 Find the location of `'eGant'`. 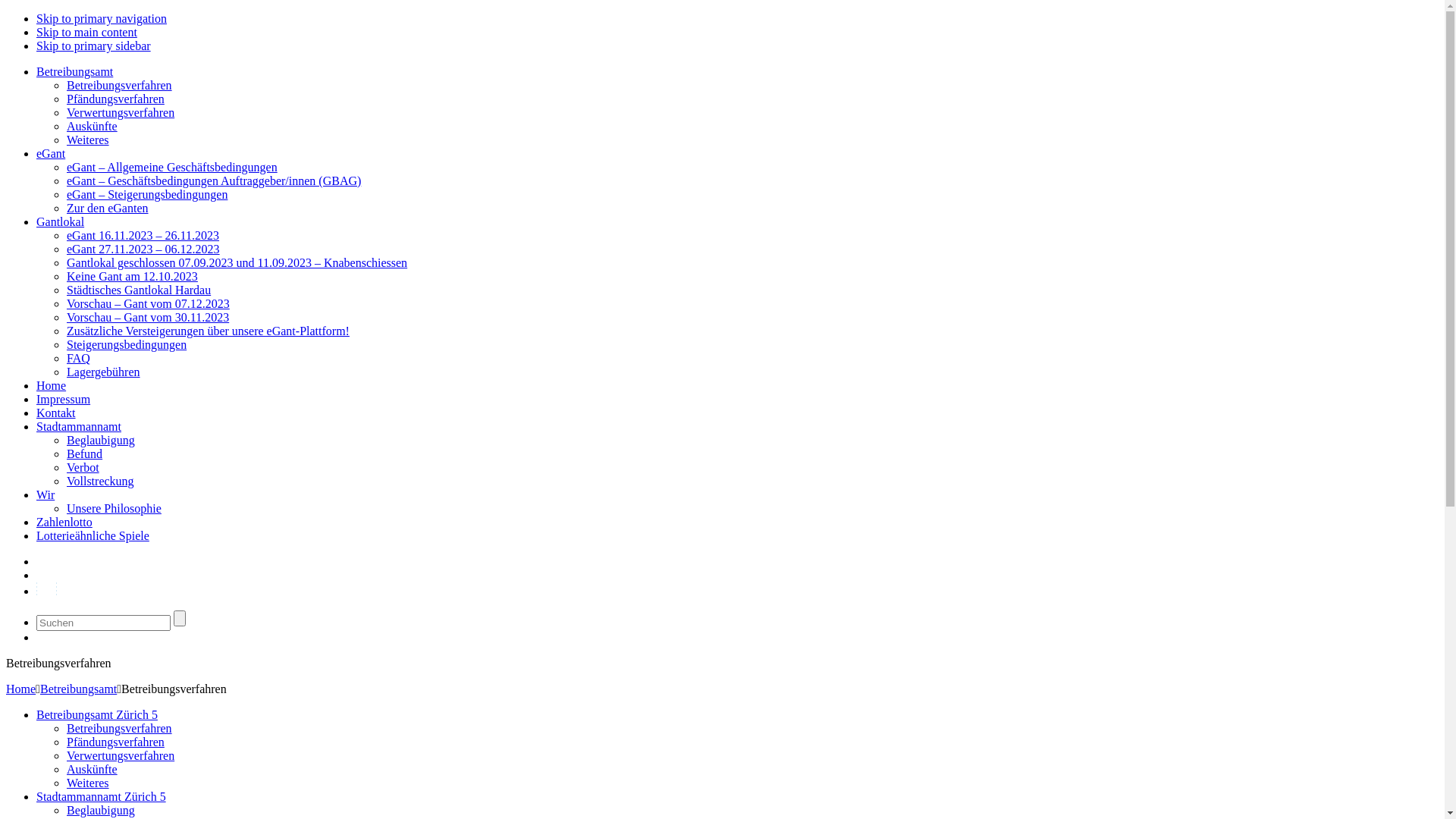

'eGant' is located at coordinates (51, 153).